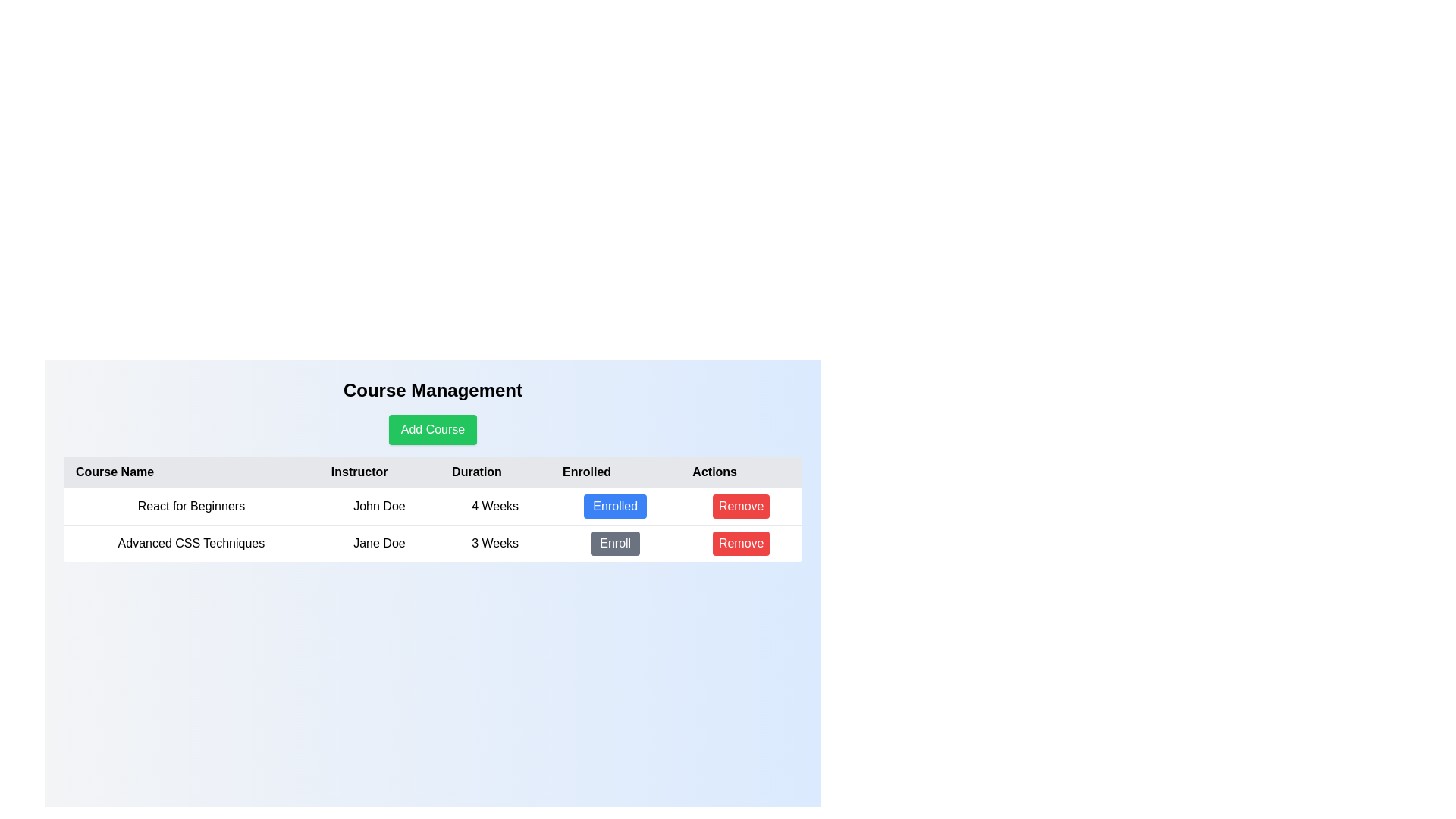 Image resolution: width=1456 pixels, height=819 pixels. What do you see at coordinates (615, 506) in the screenshot?
I see `keyboard navigation` at bounding box center [615, 506].